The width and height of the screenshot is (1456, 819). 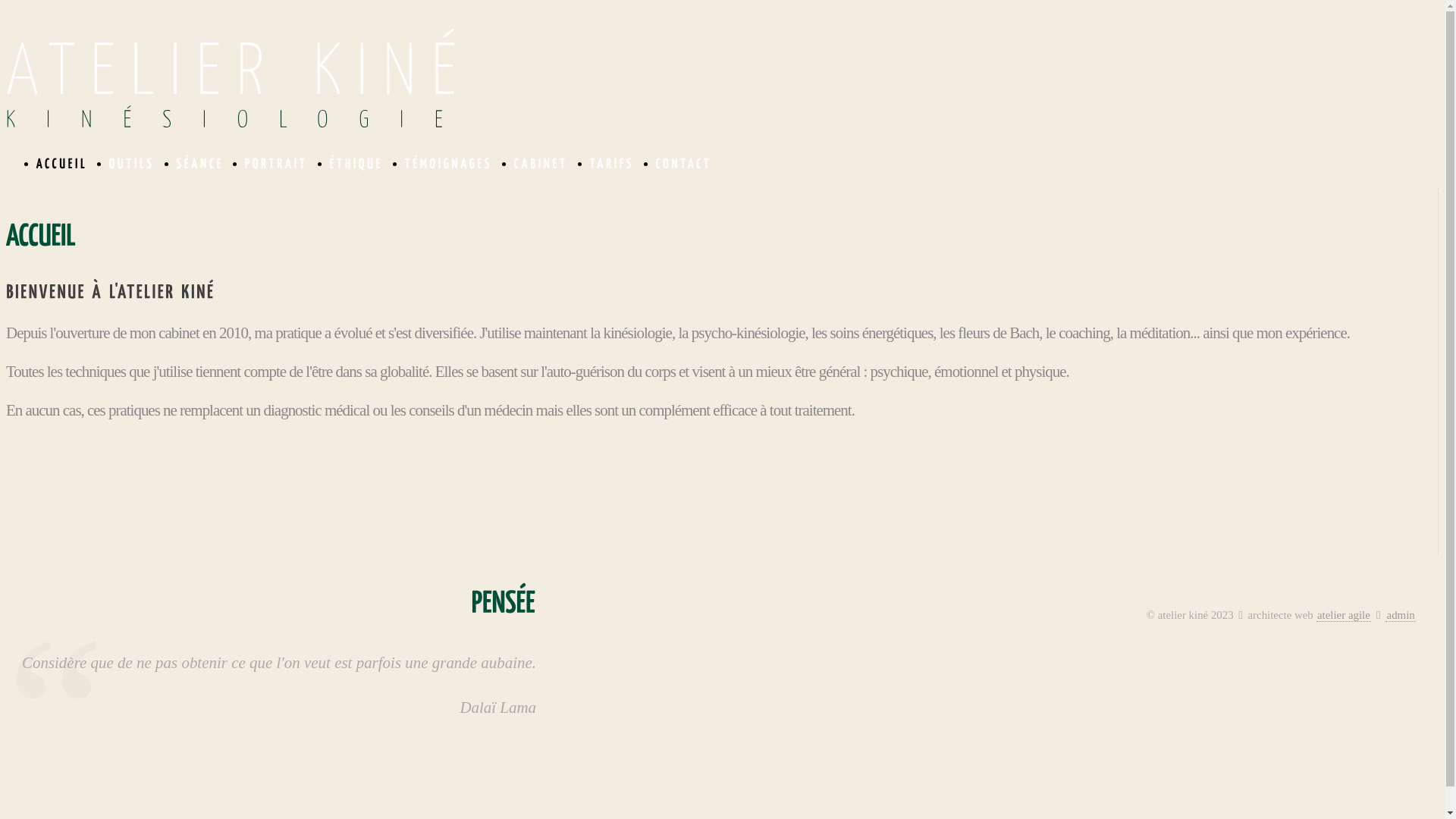 I want to click on 'atelier agile', so click(x=1344, y=615).